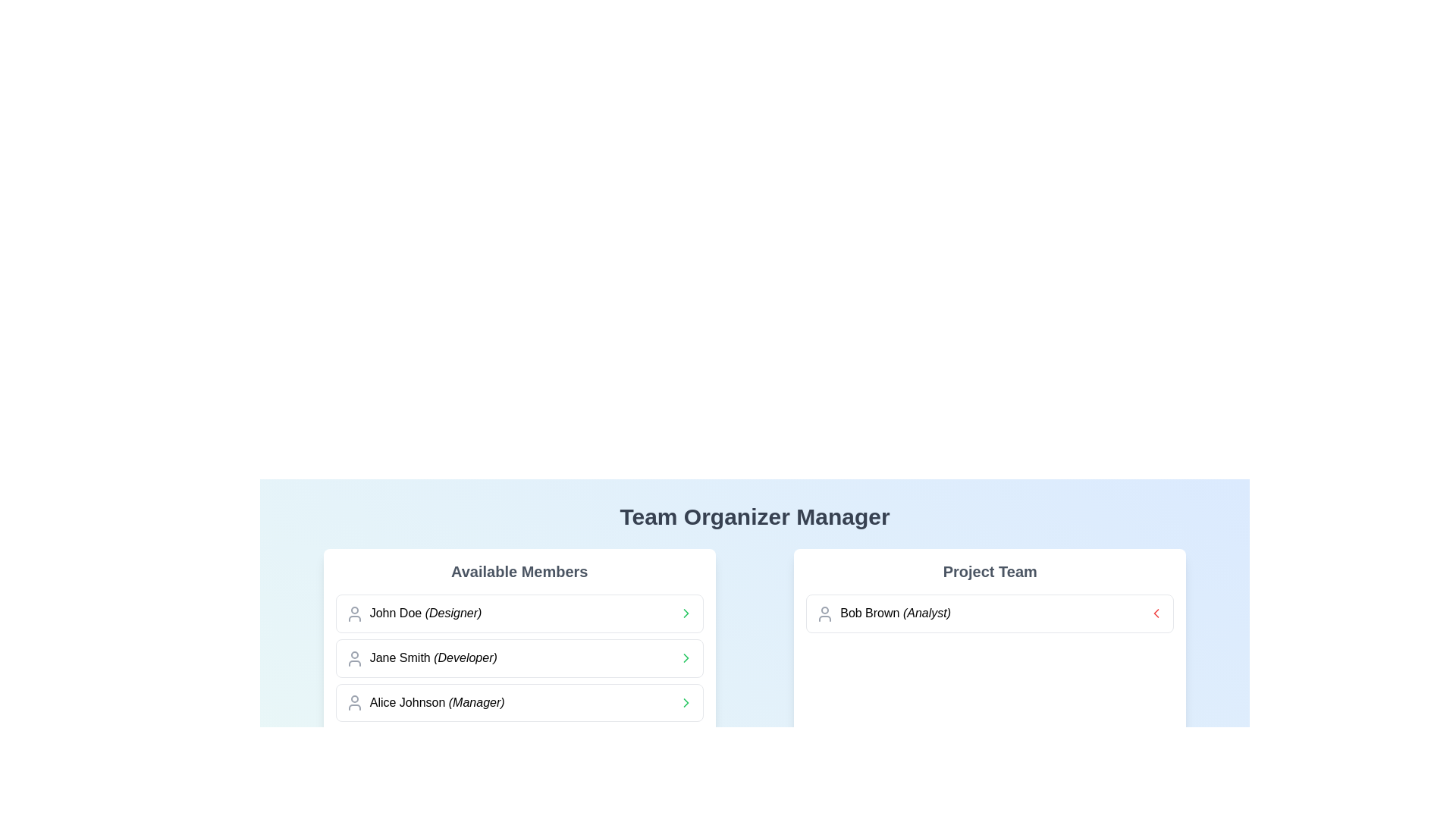 The width and height of the screenshot is (1456, 819). What do you see at coordinates (353, 703) in the screenshot?
I see `the user avatar icon for 'Alice Johnson' located in the third row of the 'Available Members' list, positioned at the leftmost part of the row` at bounding box center [353, 703].